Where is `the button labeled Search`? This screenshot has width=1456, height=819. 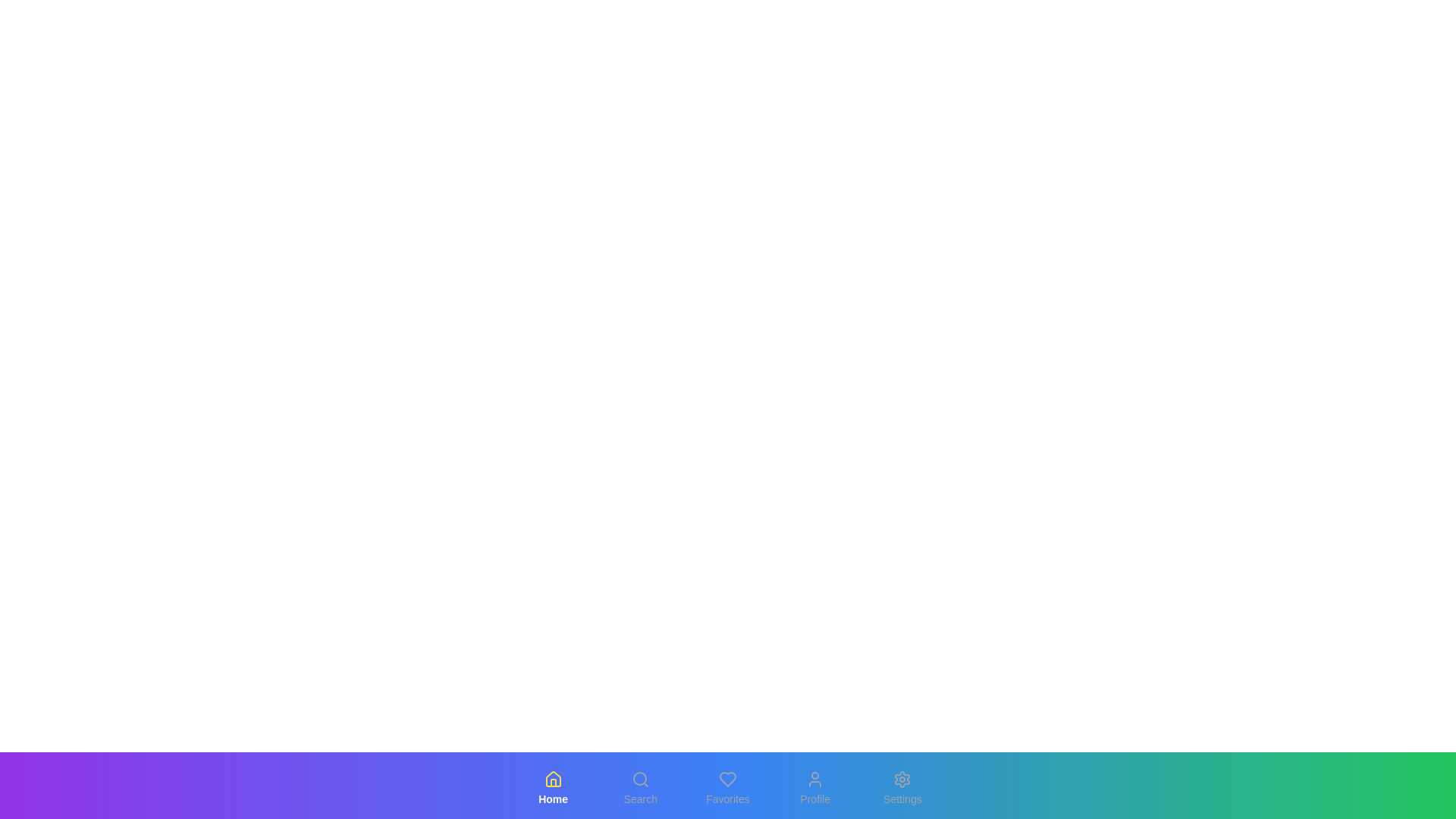 the button labeled Search is located at coordinates (640, 788).